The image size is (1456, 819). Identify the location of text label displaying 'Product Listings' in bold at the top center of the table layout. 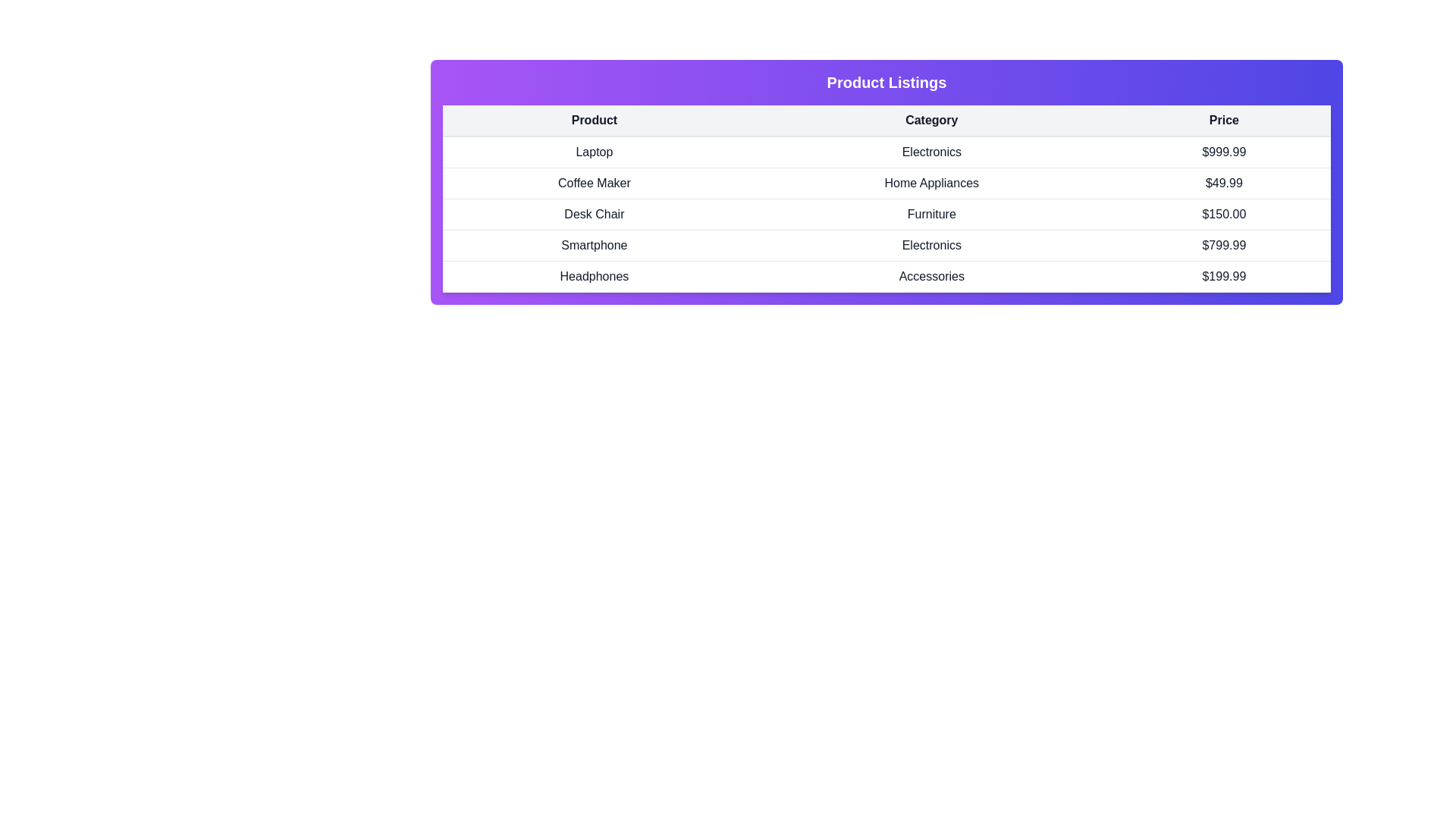
(886, 82).